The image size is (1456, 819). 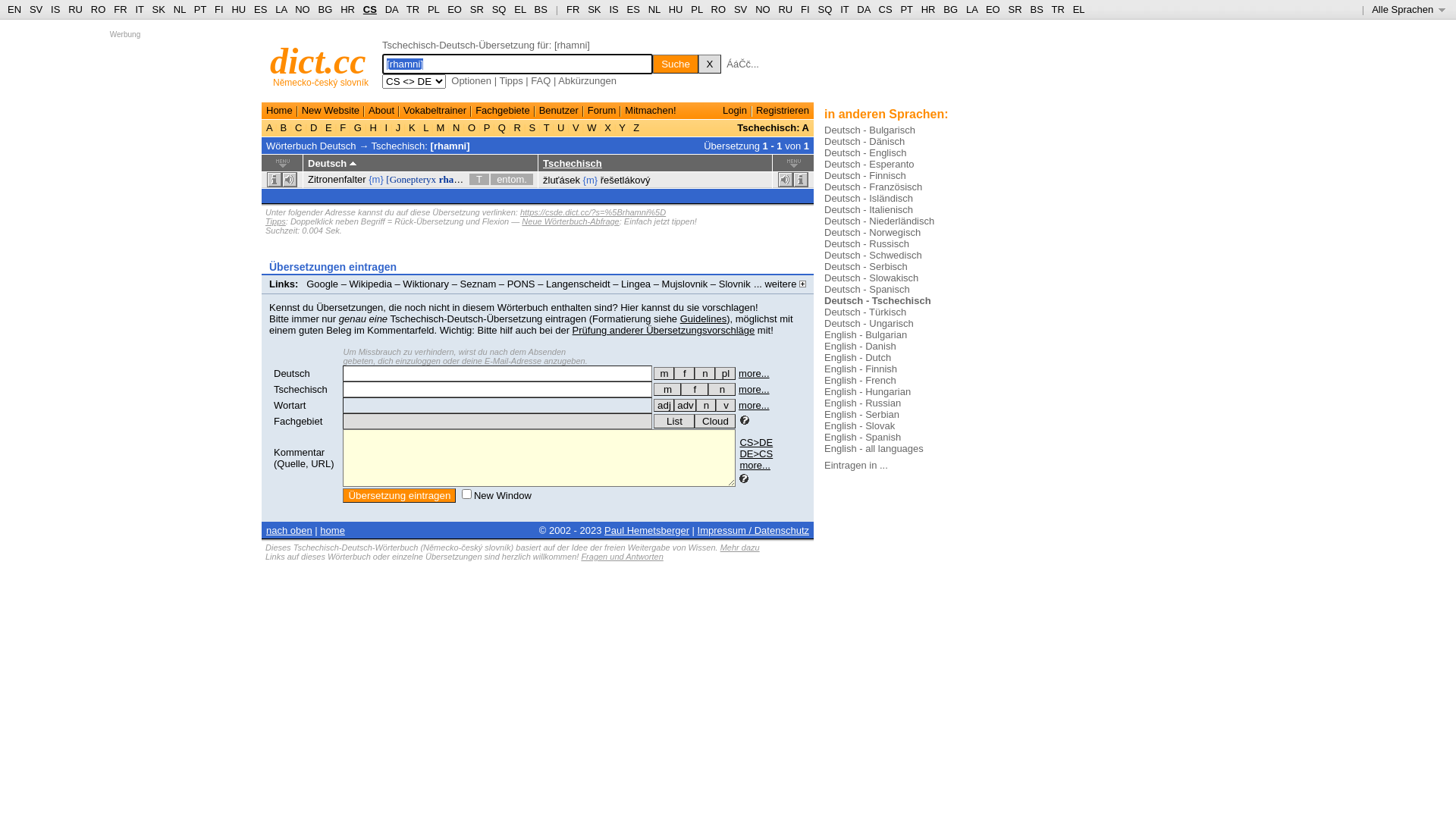 What do you see at coordinates (593, 9) in the screenshot?
I see `'SK'` at bounding box center [593, 9].